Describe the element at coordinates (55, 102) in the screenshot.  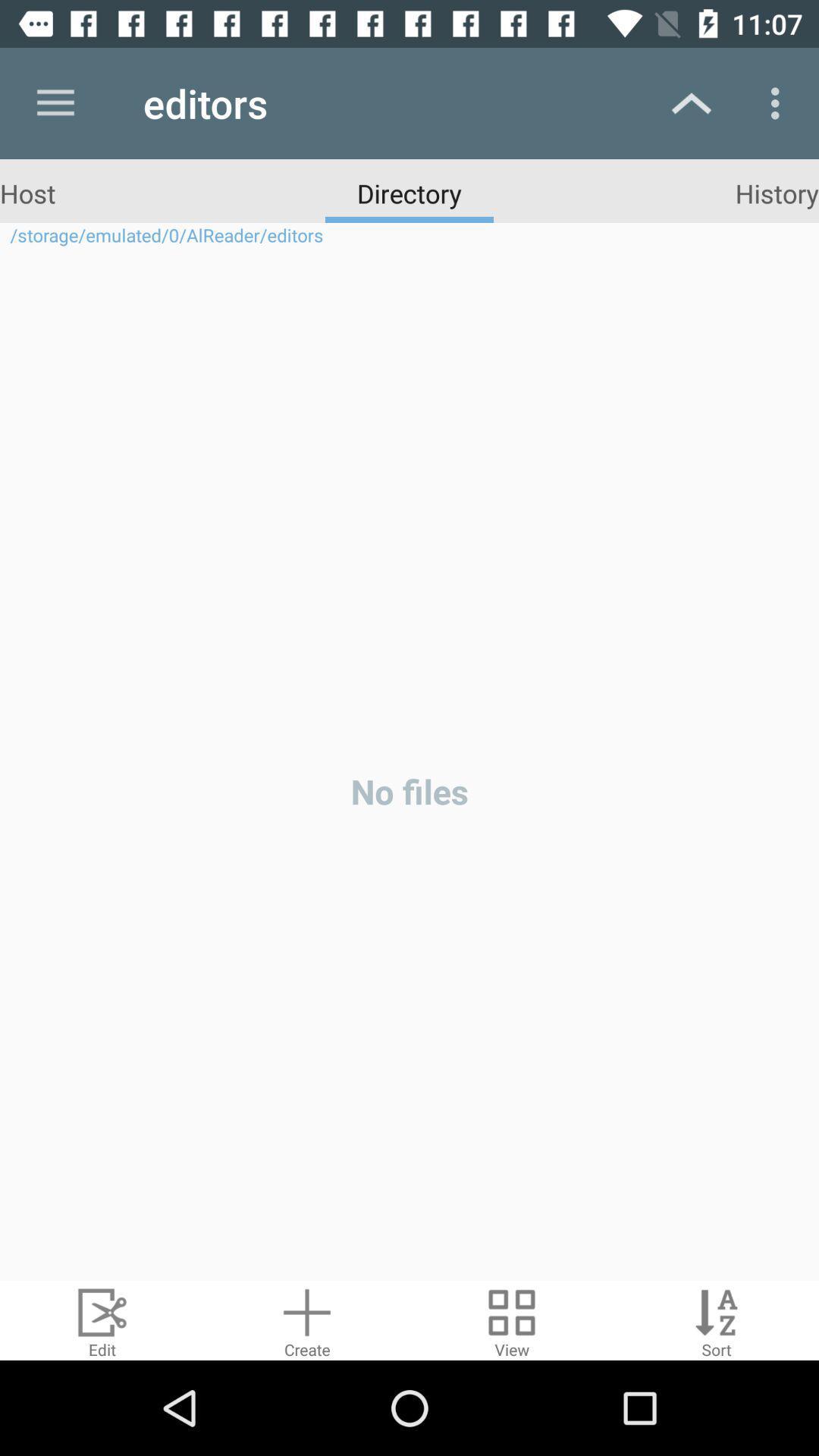
I see `icon next to editors icon` at that location.